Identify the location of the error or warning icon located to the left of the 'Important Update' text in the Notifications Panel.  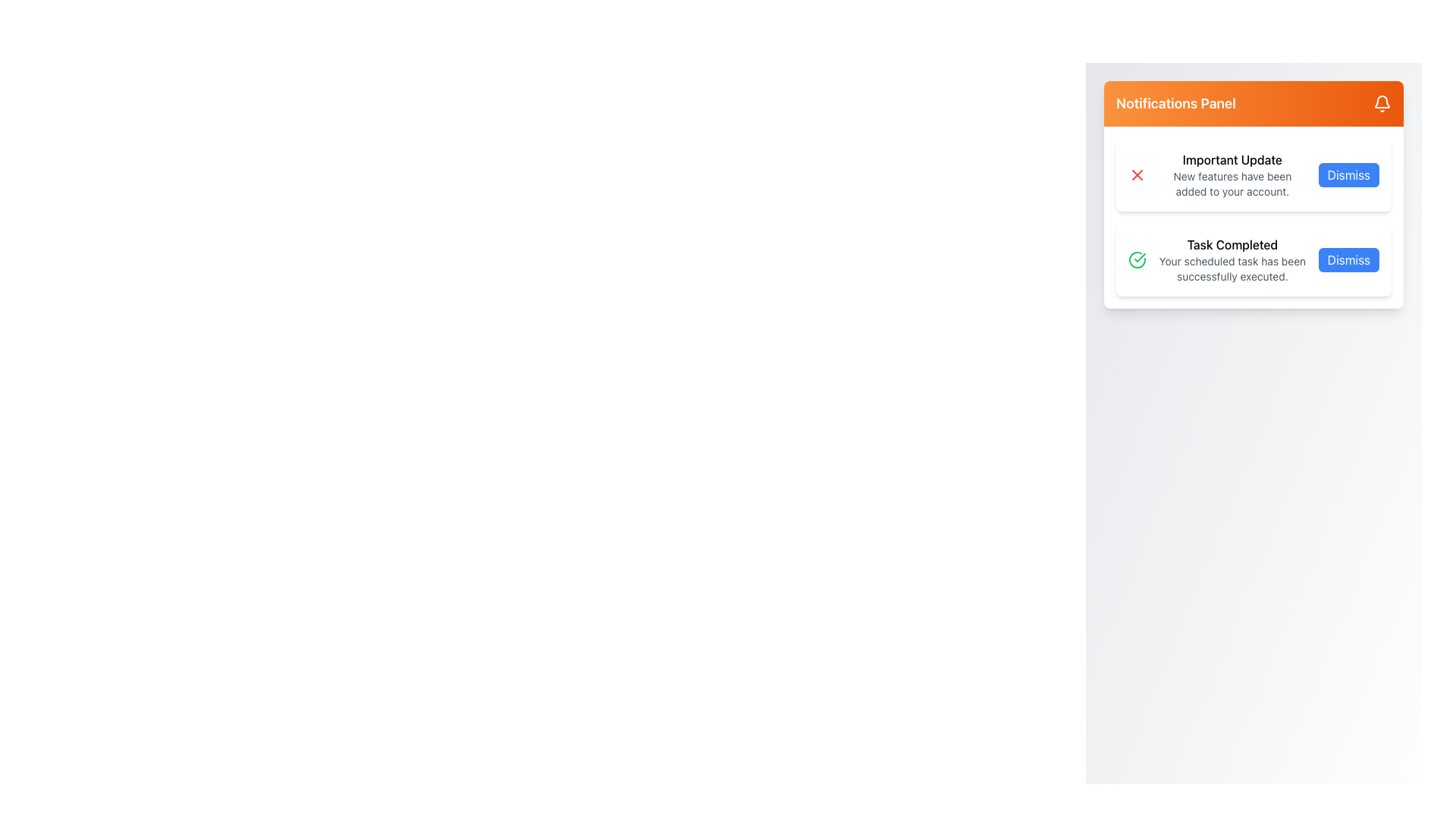
(1137, 174).